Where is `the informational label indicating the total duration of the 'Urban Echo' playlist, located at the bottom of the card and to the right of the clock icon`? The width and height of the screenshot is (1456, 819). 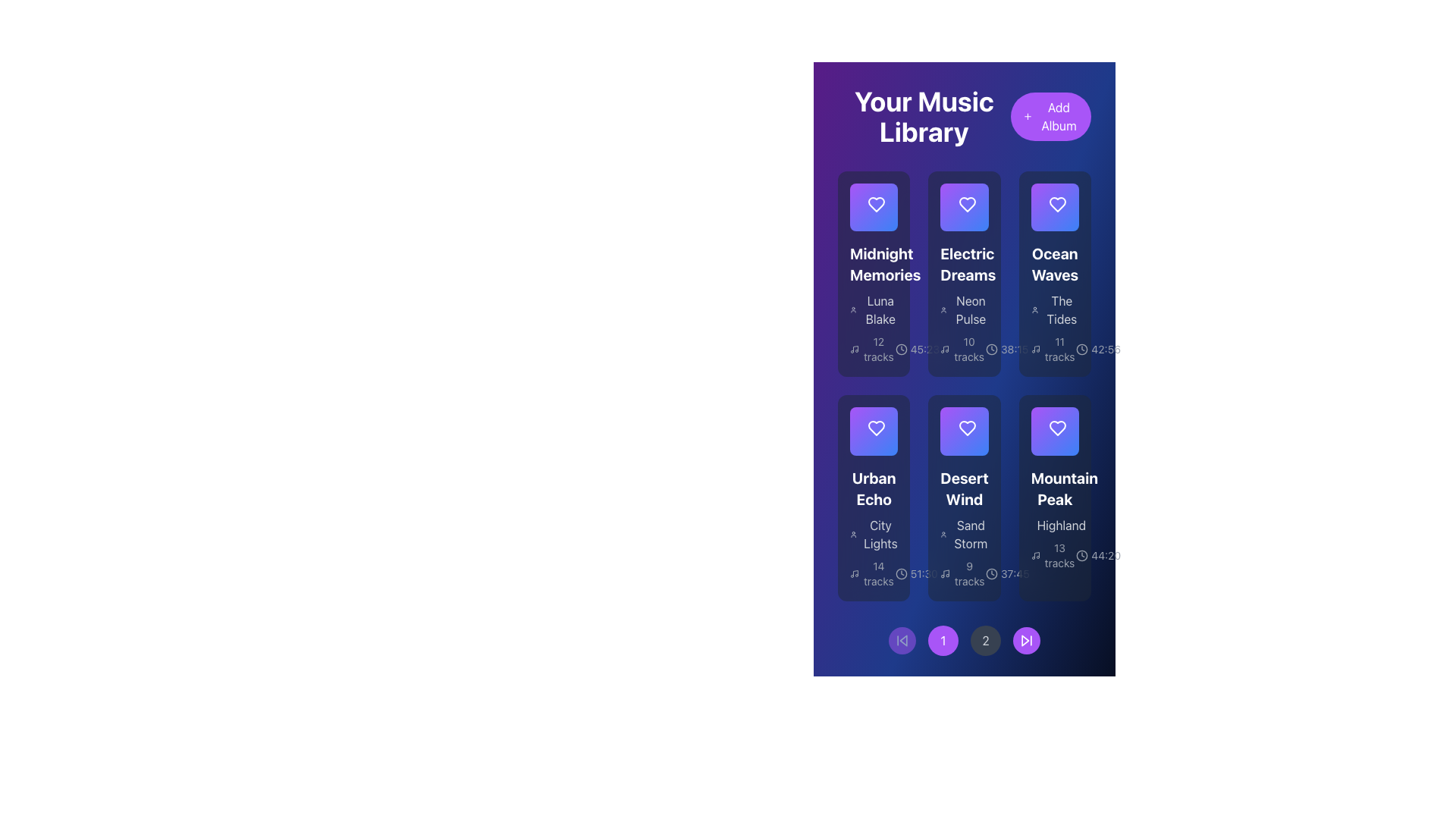
the informational label indicating the total duration of the 'Urban Echo' playlist, located at the bottom of the card and to the right of the clock icon is located at coordinates (915, 573).